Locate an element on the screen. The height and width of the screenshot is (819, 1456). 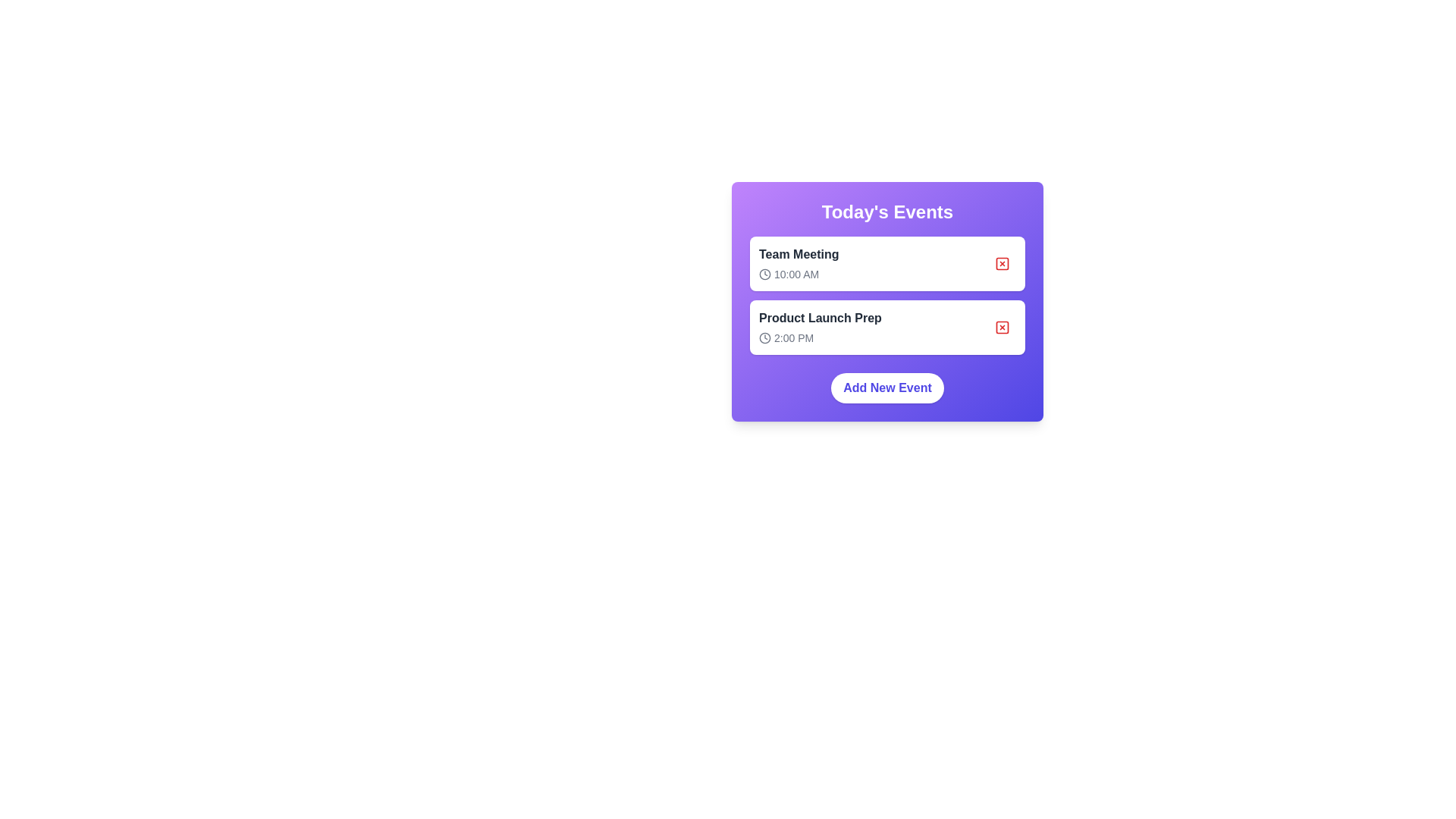
the individual event in the list of scheduled events under the heading 'Today's Events' is located at coordinates (887, 295).